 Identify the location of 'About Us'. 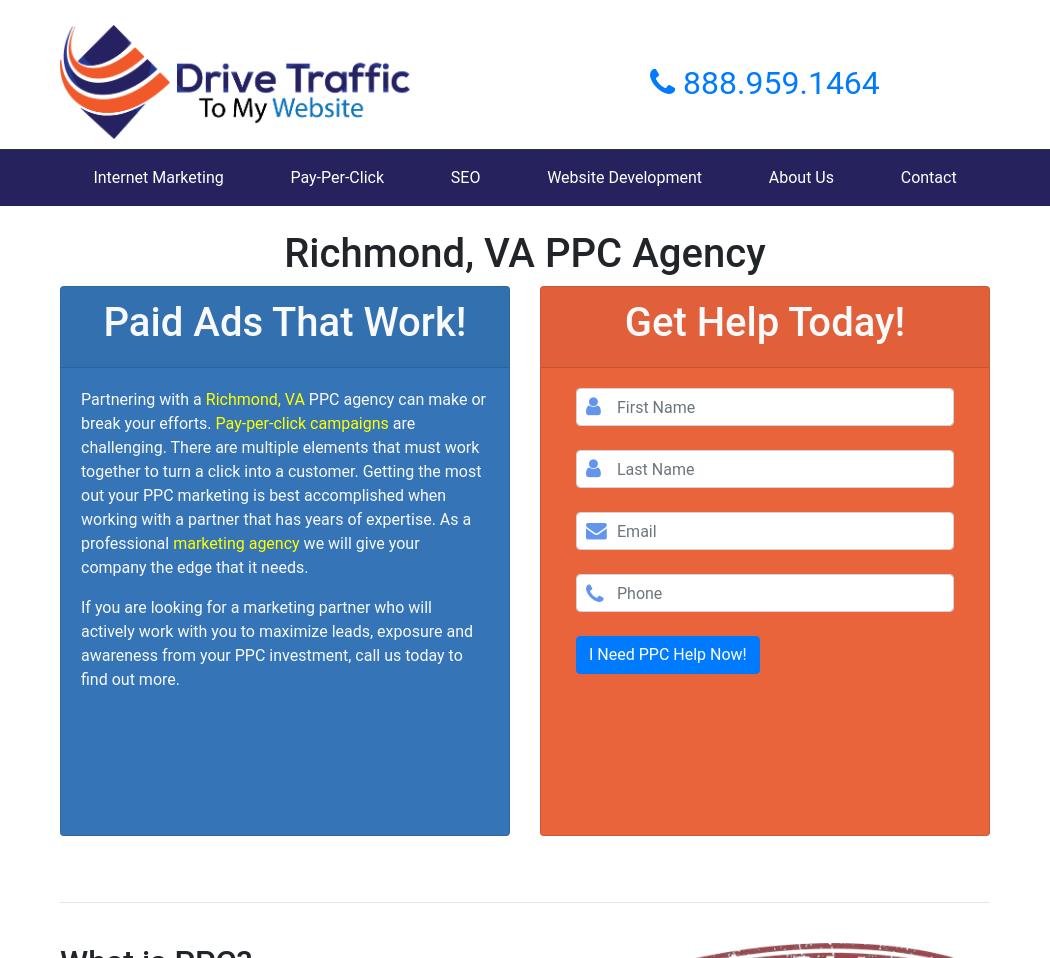
(799, 176).